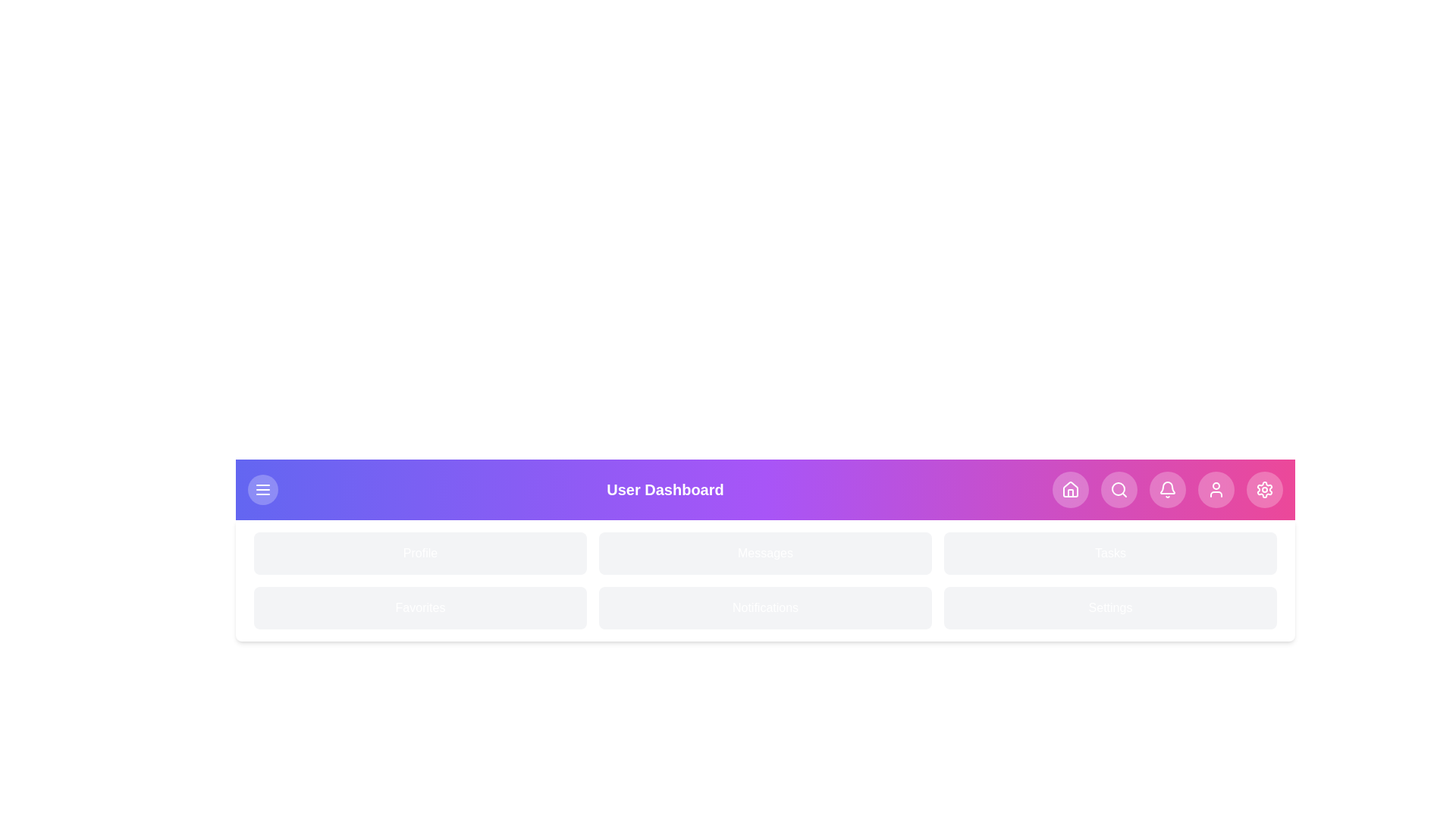  Describe the element at coordinates (1167, 489) in the screenshot. I see `the navigation button corresponding to Notifications` at that location.